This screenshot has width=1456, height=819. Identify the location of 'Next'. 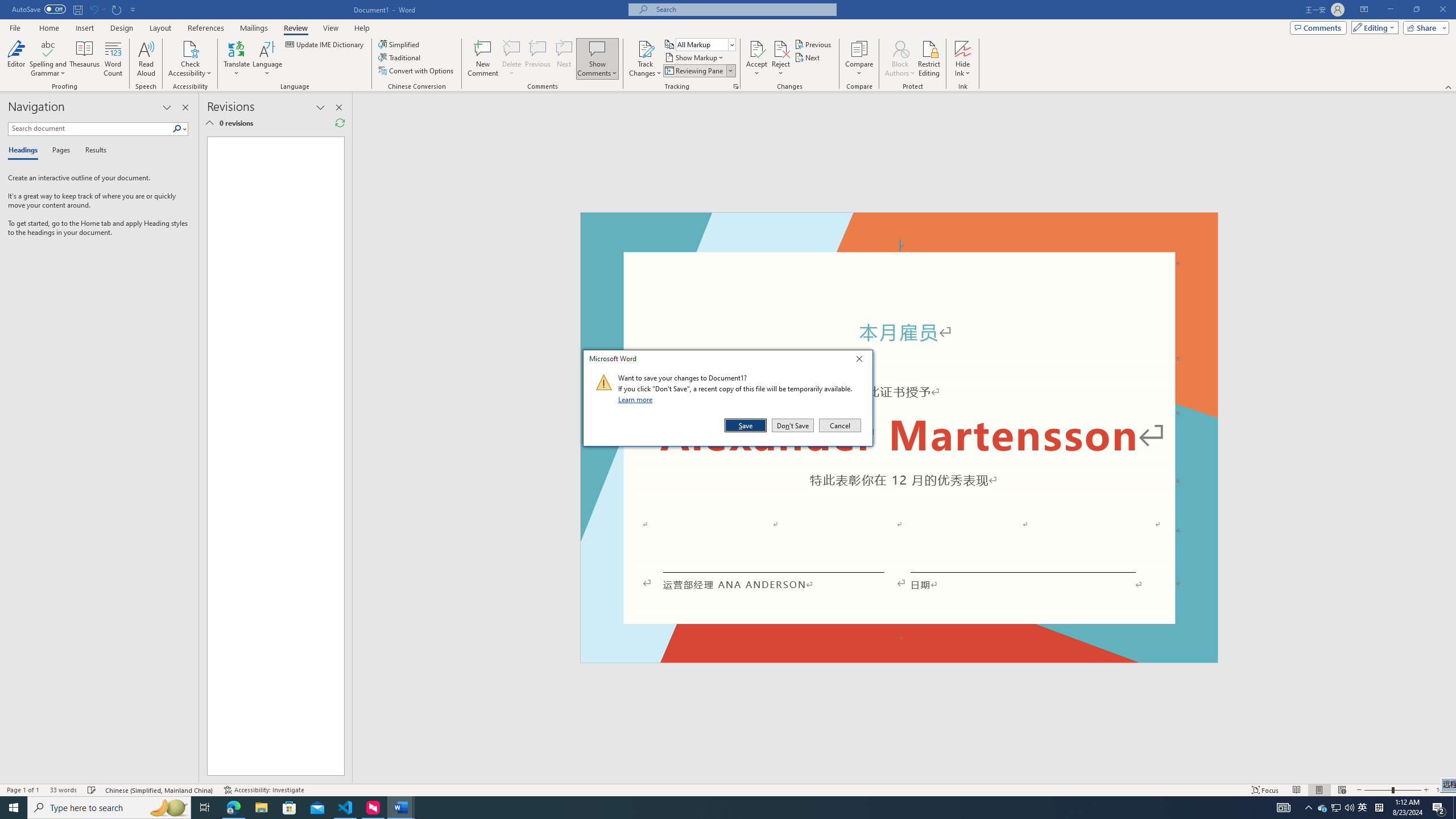
(809, 56).